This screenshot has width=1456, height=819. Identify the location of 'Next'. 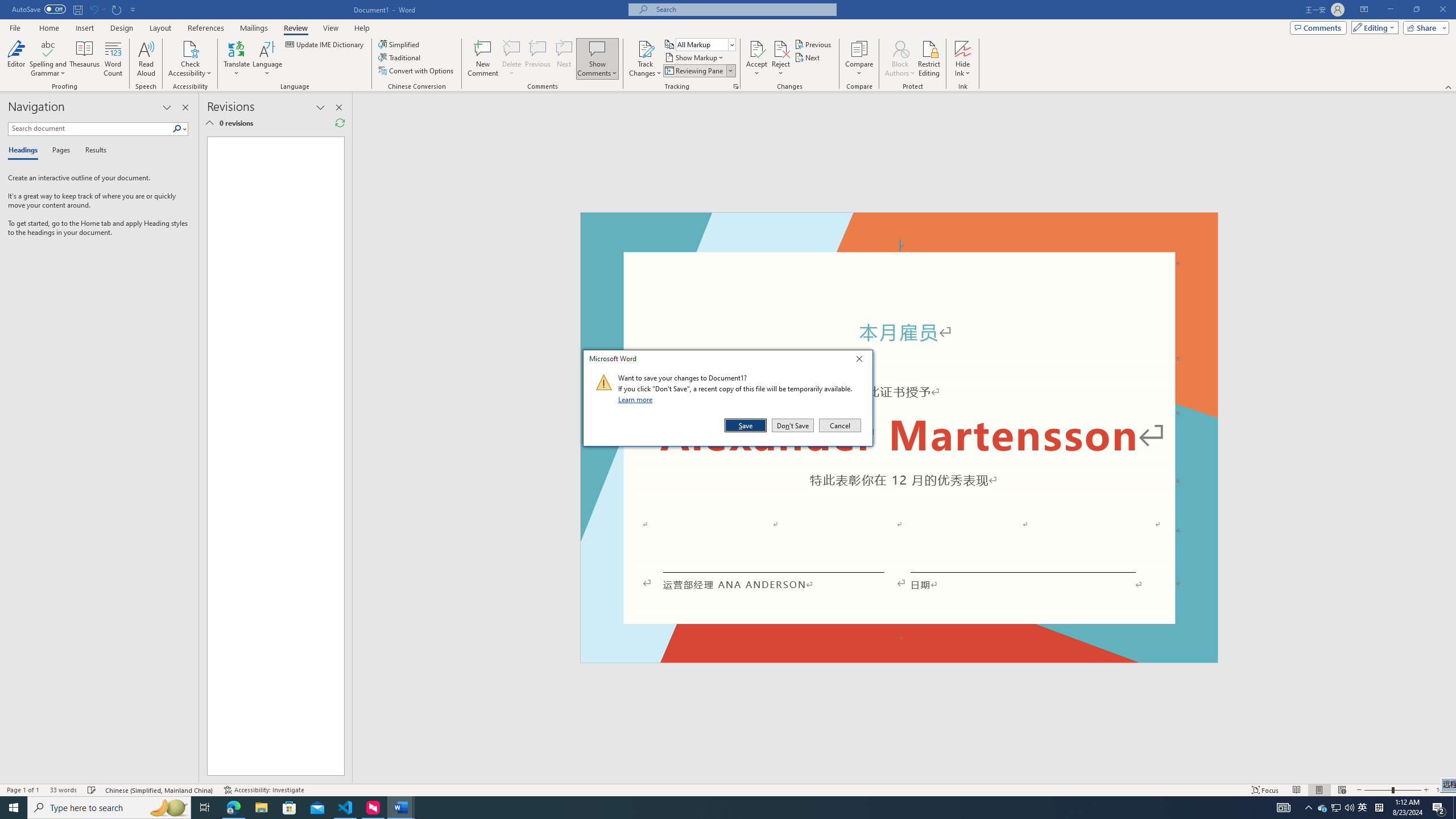
(809, 56).